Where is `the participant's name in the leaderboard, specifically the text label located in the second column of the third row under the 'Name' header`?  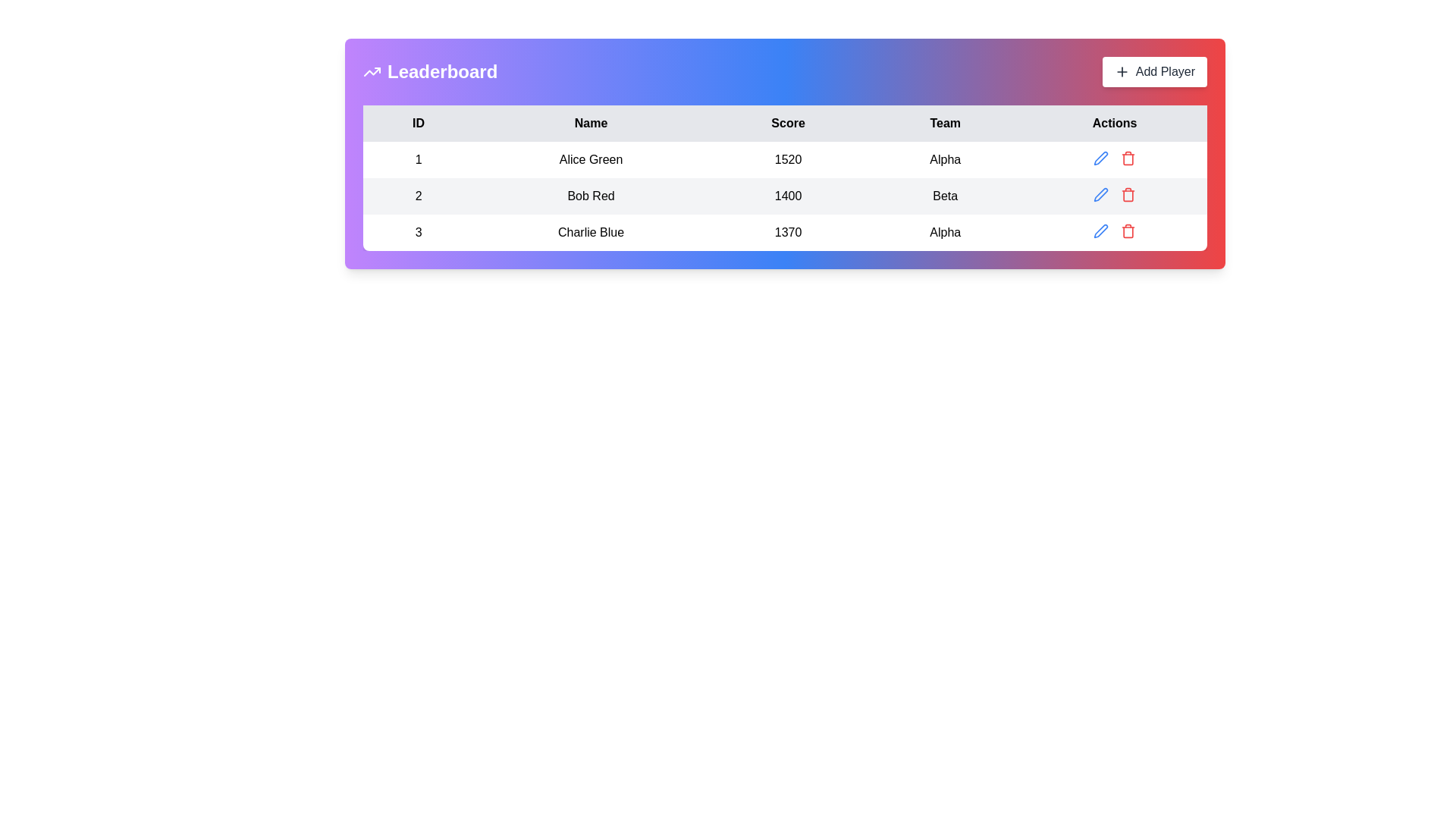 the participant's name in the leaderboard, specifically the text label located in the second column of the third row under the 'Name' header is located at coordinates (590, 233).